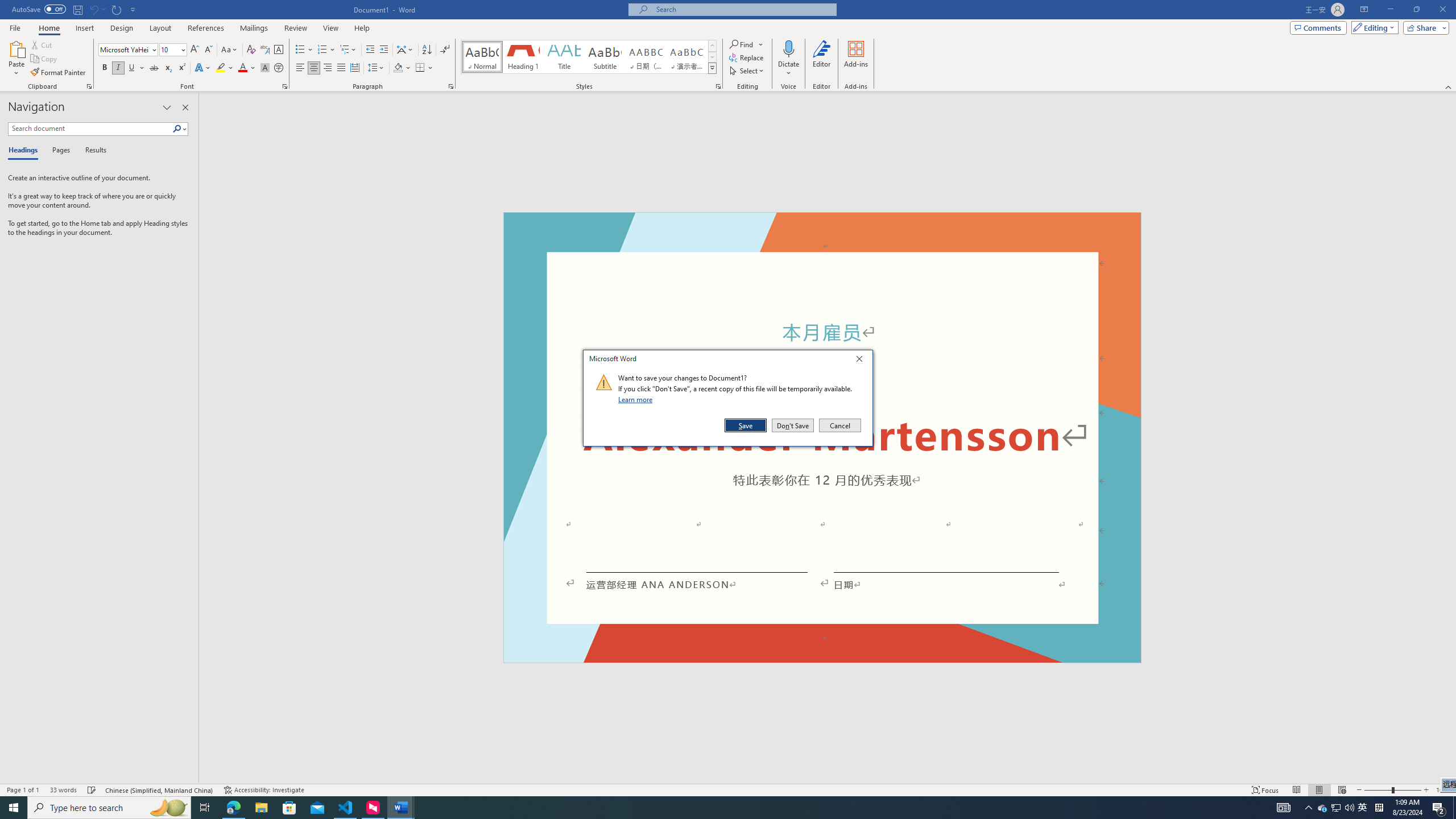 The height and width of the screenshot is (819, 1456). What do you see at coordinates (233, 806) in the screenshot?
I see `'Microsoft Edge - 1 running window'` at bounding box center [233, 806].